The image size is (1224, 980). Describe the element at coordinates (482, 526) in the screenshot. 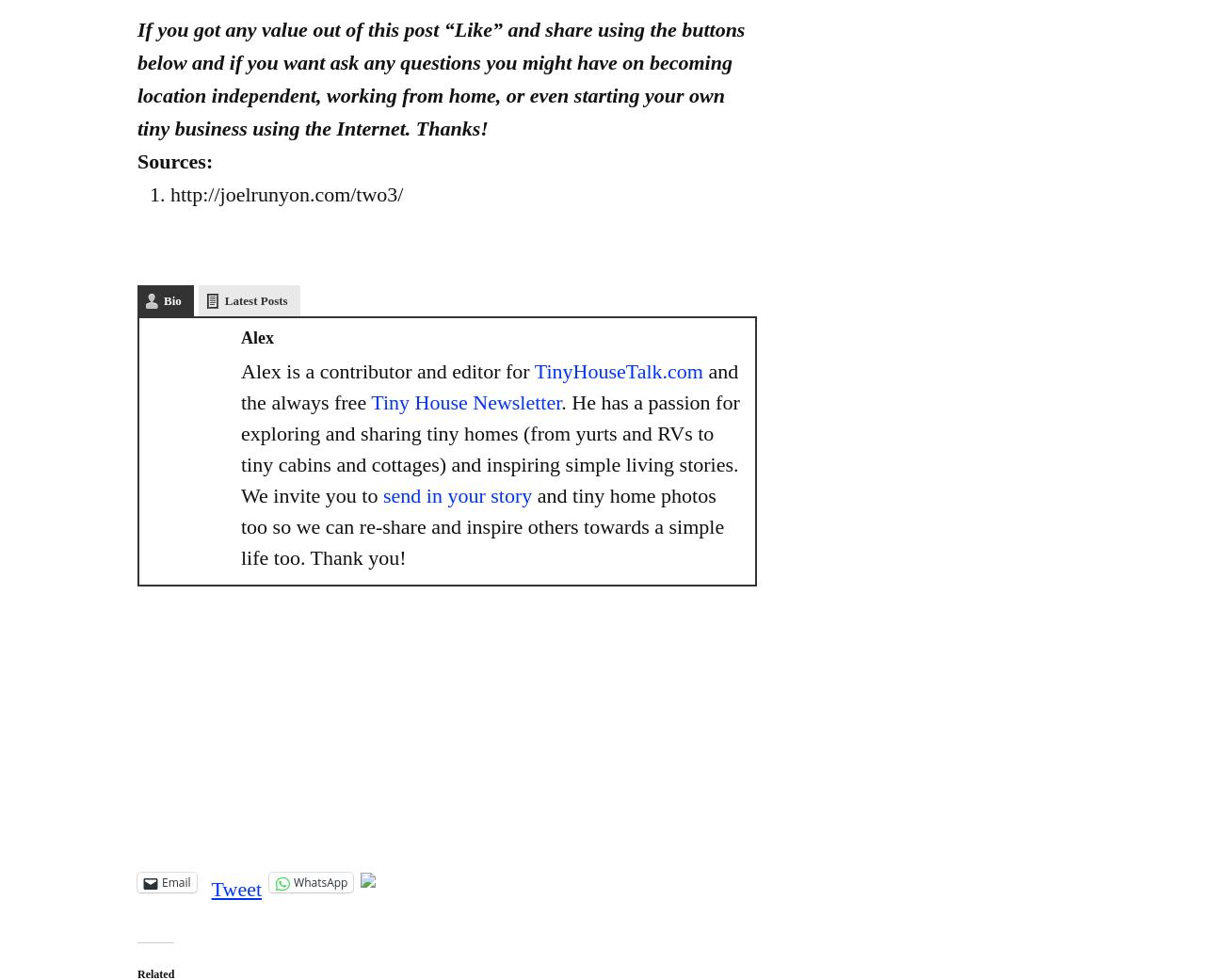

I see `'and tiny home photos too so we can re-share and inspire others towards a simple life too. Thank you!'` at that location.